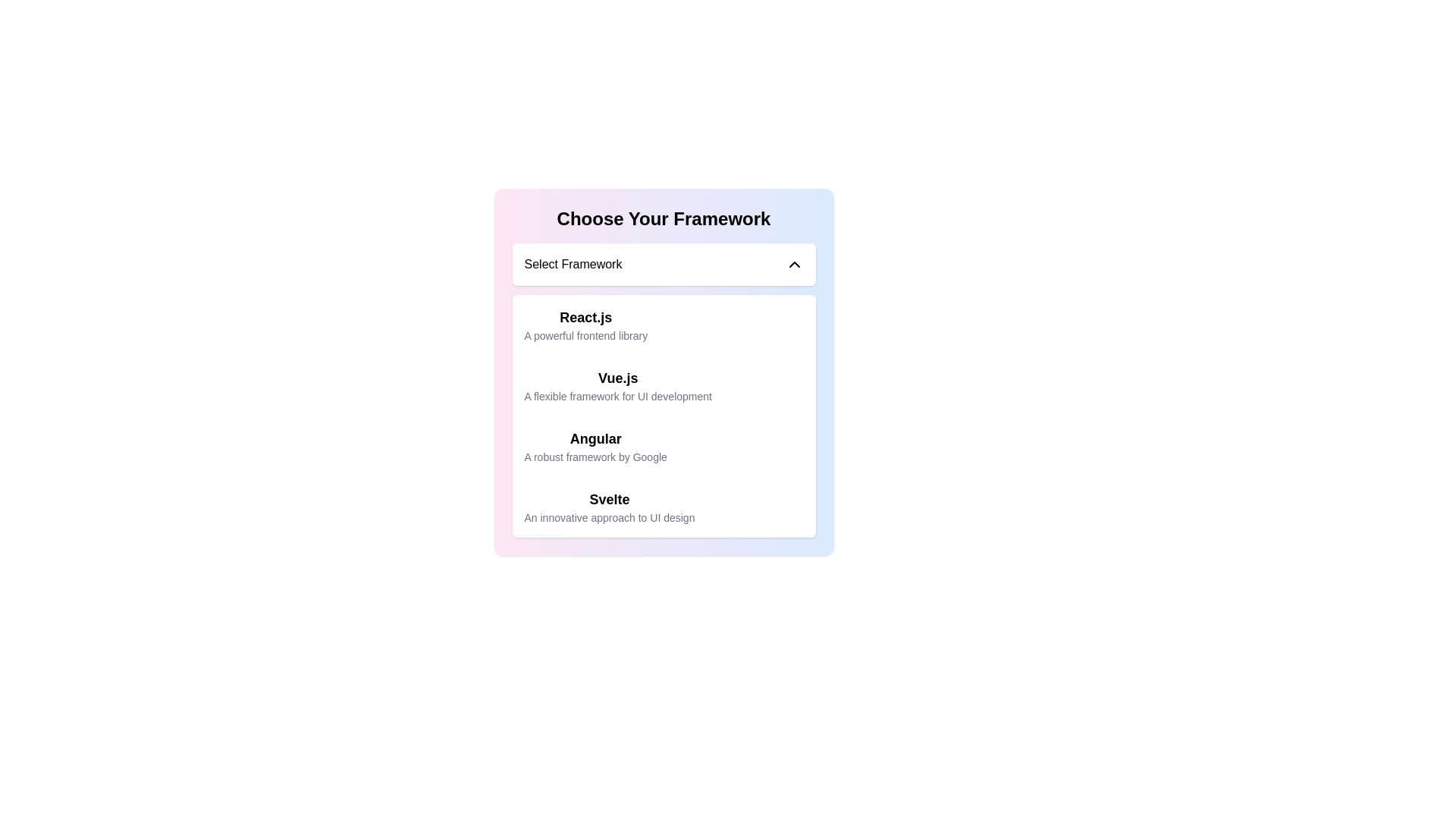 Image resolution: width=1456 pixels, height=819 pixels. Describe the element at coordinates (618, 385) in the screenshot. I see `the selectable list item labeled 'Vue.js' which is the second item under 'Choose Your Framework'` at that location.